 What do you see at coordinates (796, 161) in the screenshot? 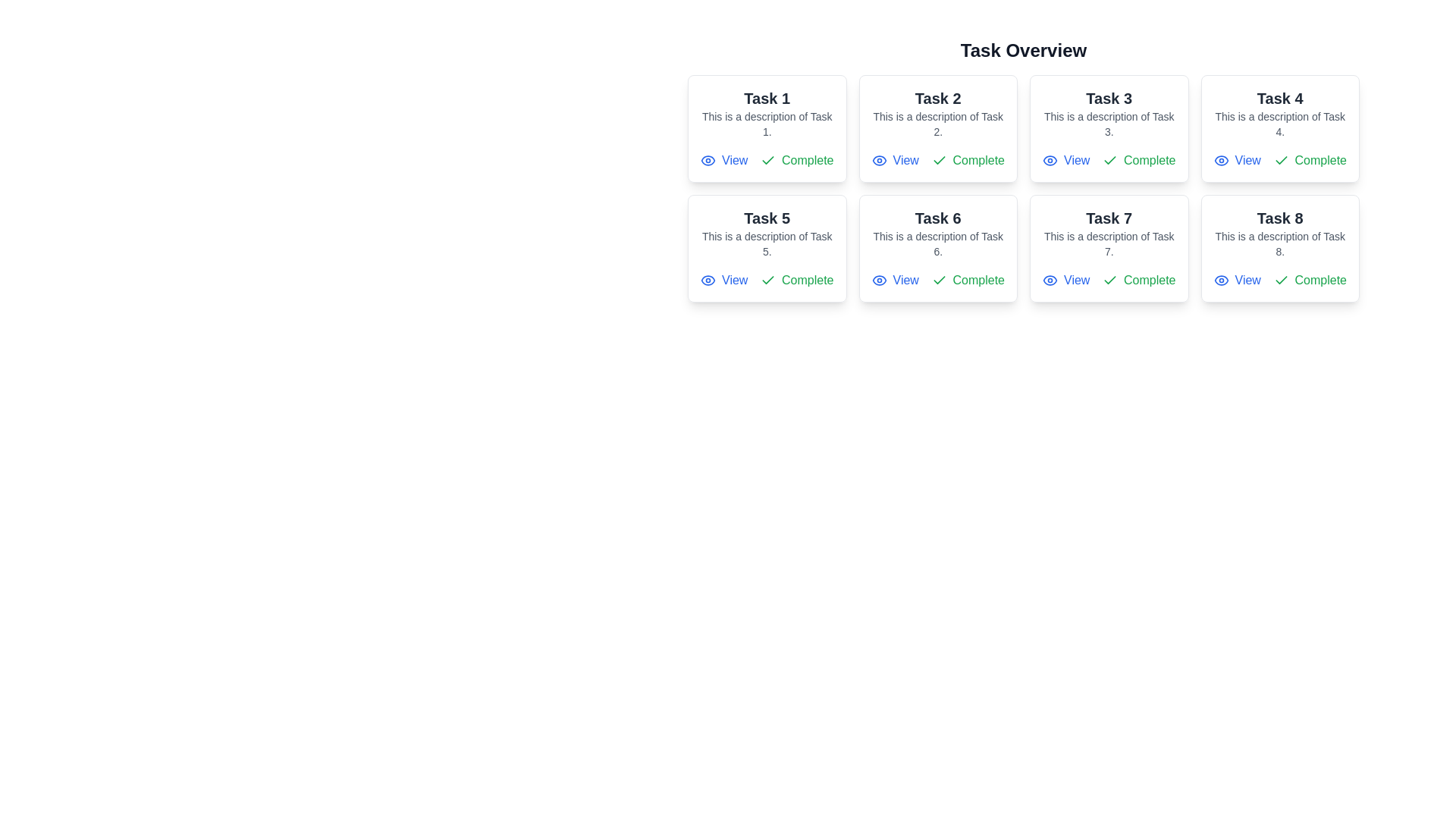
I see `the 'Complete' button with green text and a check mark icon` at bounding box center [796, 161].